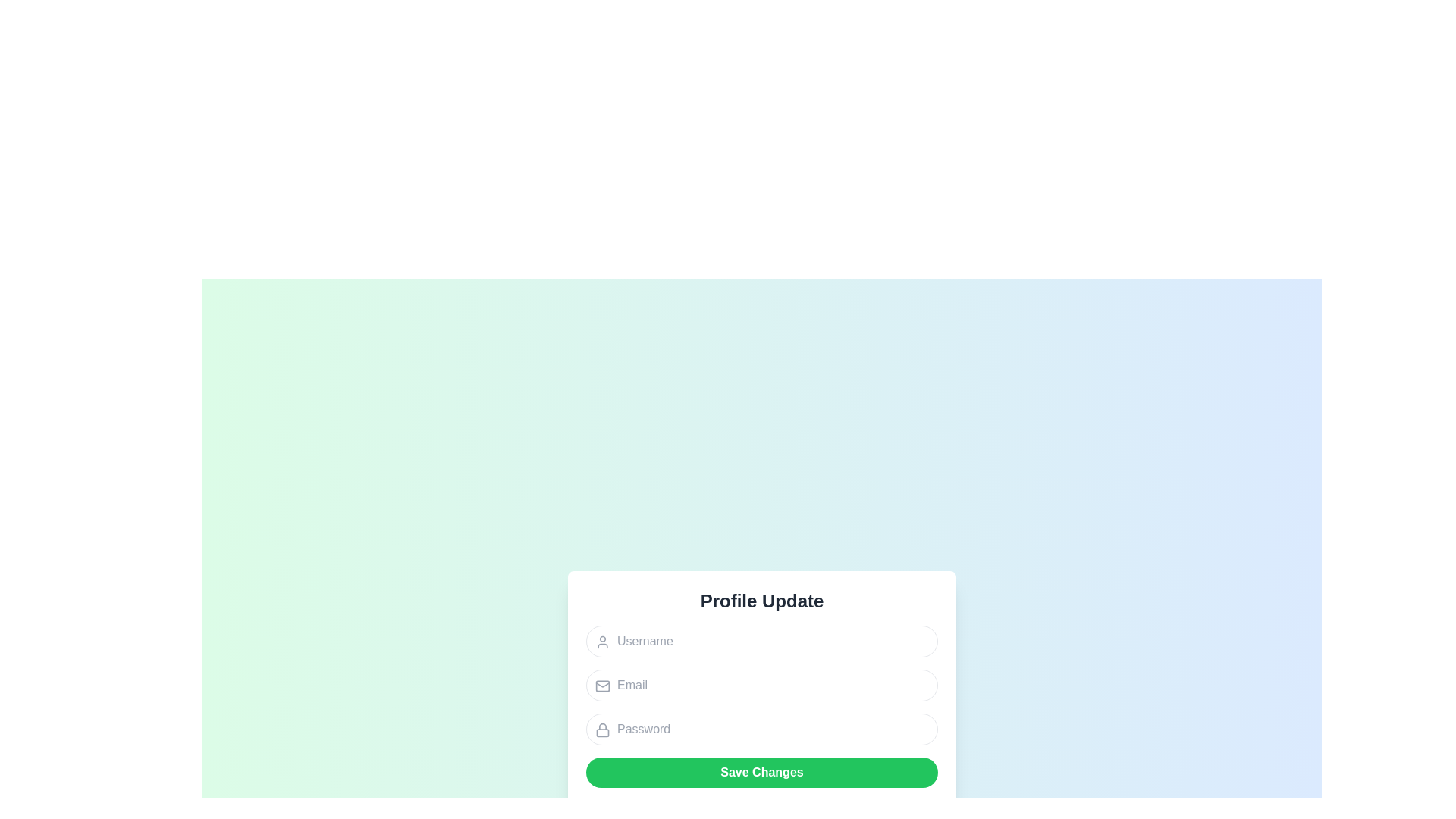 This screenshot has height=819, width=1456. What do you see at coordinates (602, 684) in the screenshot?
I see `the decorative part of the mail icon, which is located adjacent to the 'Email' input field` at bounding box center [602, 684].